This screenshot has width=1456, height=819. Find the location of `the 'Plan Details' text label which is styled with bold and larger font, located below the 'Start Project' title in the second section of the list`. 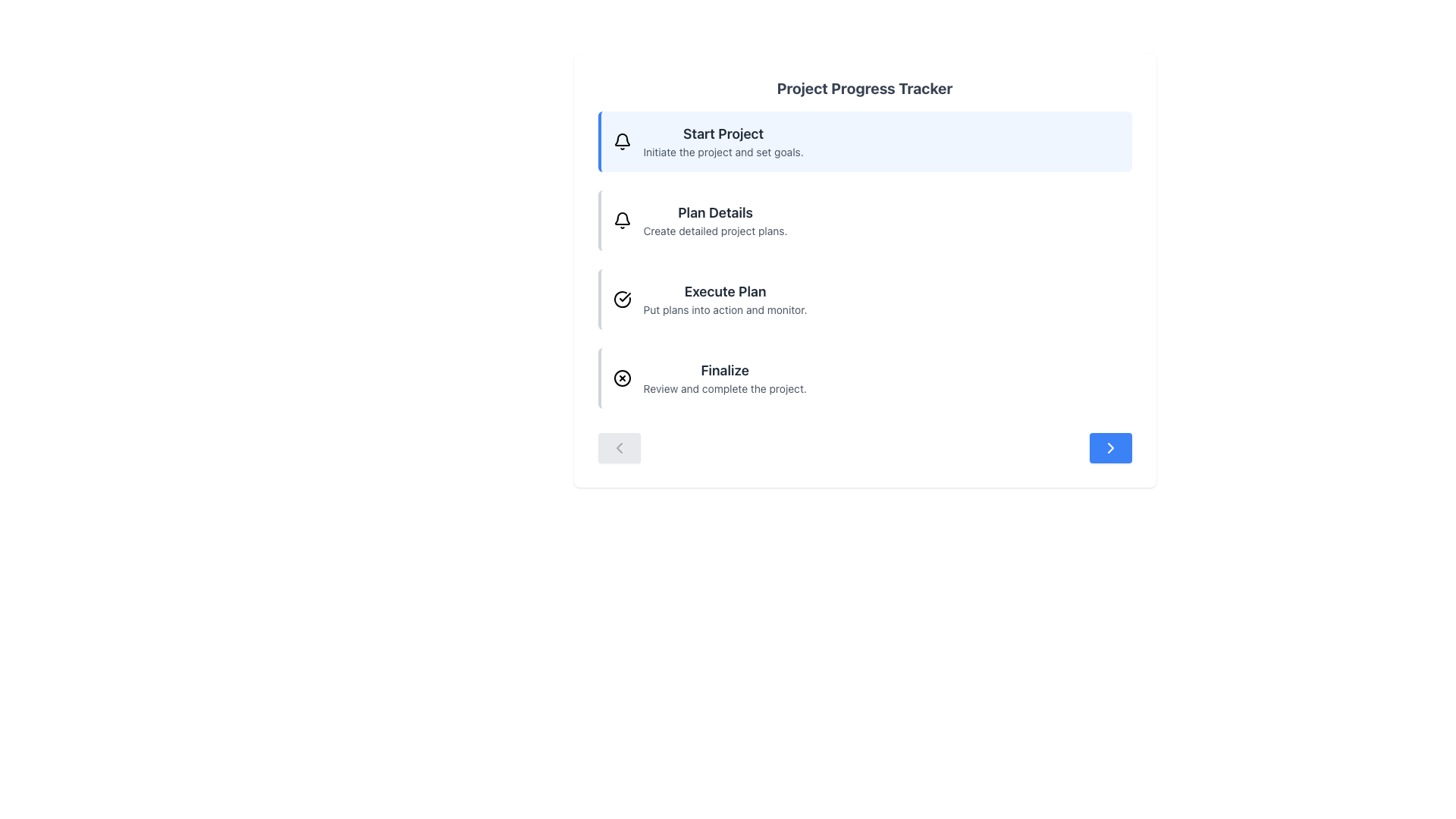

the 'Plan Details' text label which is styled with bold and larger font, located below the 'Start Project' title in the second section of the list is located at coordinates (714, 213).